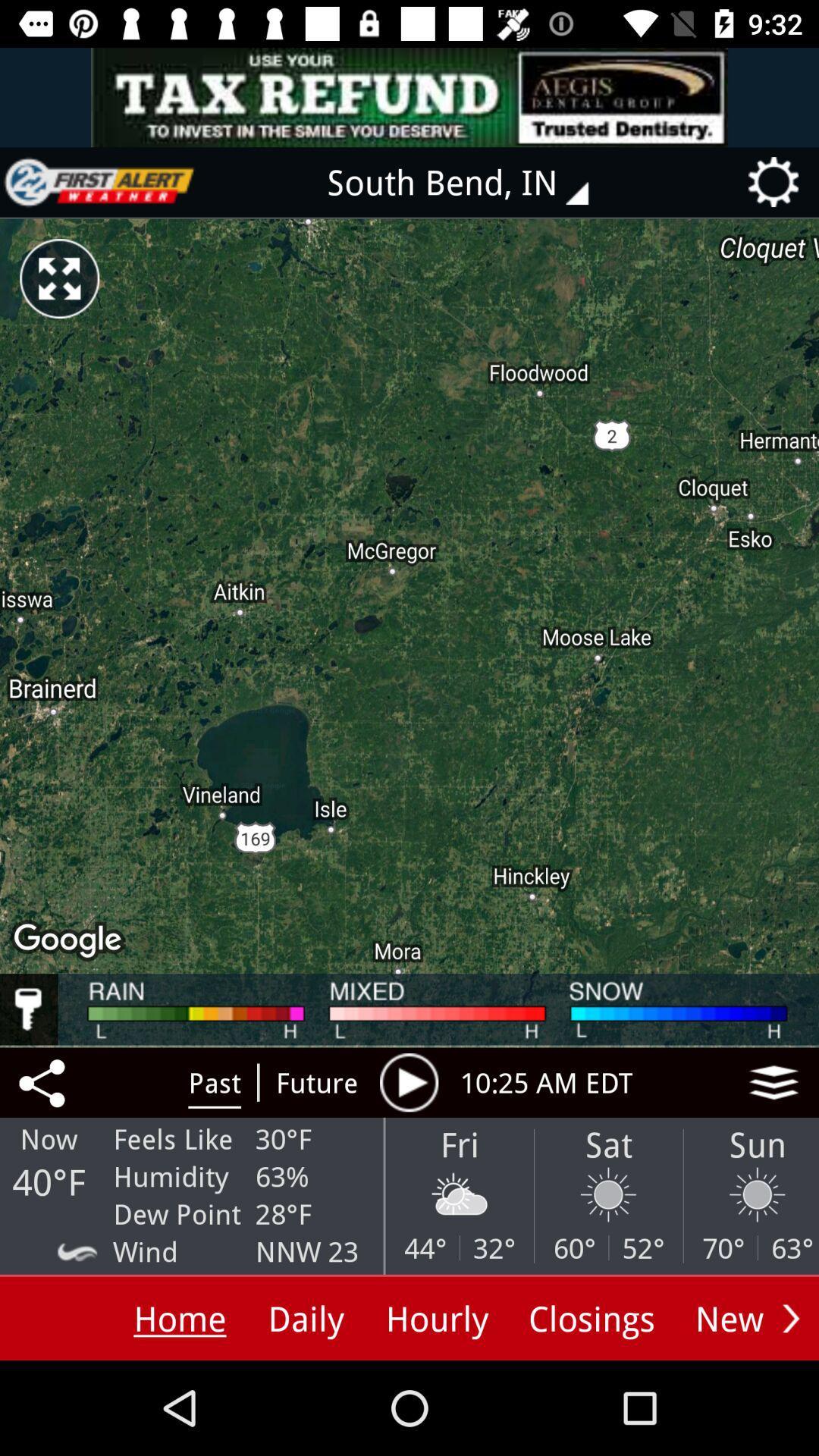 The image size is (819, 1456). What do you see at coordinates (409, 96) in the screenshot?
I see `advertisement` at bounding box center [409, 96].